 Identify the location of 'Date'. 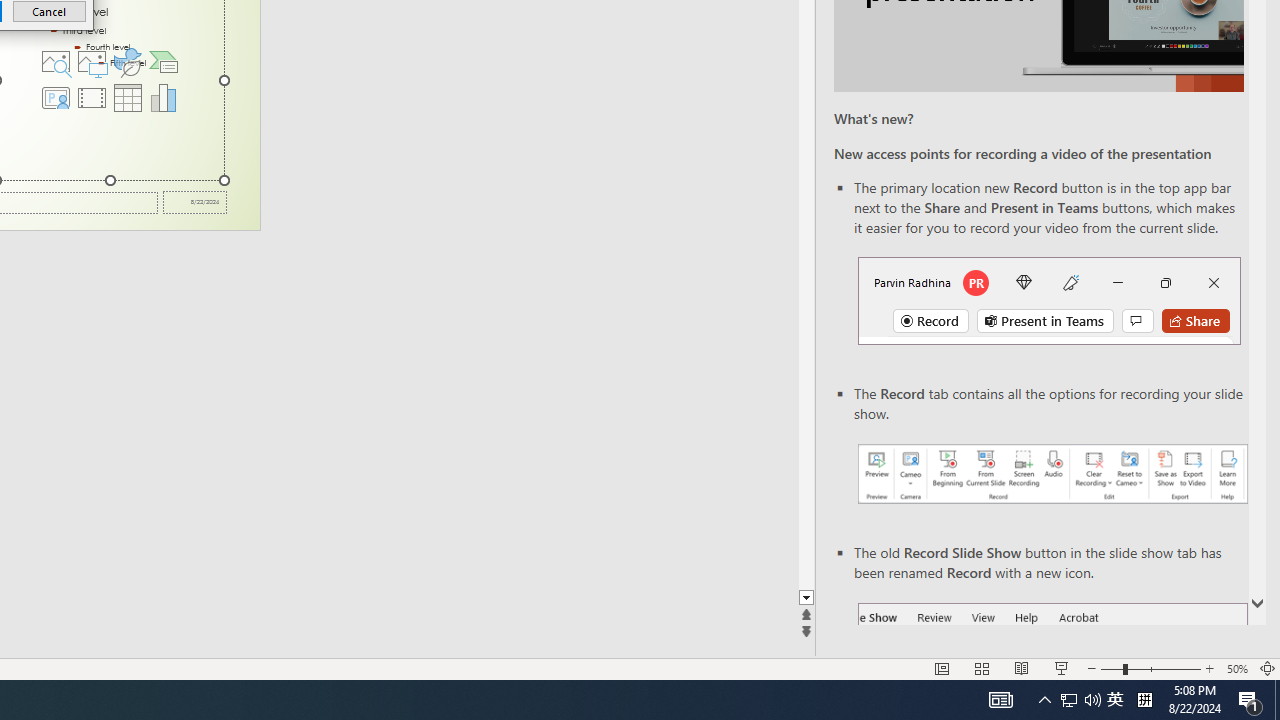
(194, 202).